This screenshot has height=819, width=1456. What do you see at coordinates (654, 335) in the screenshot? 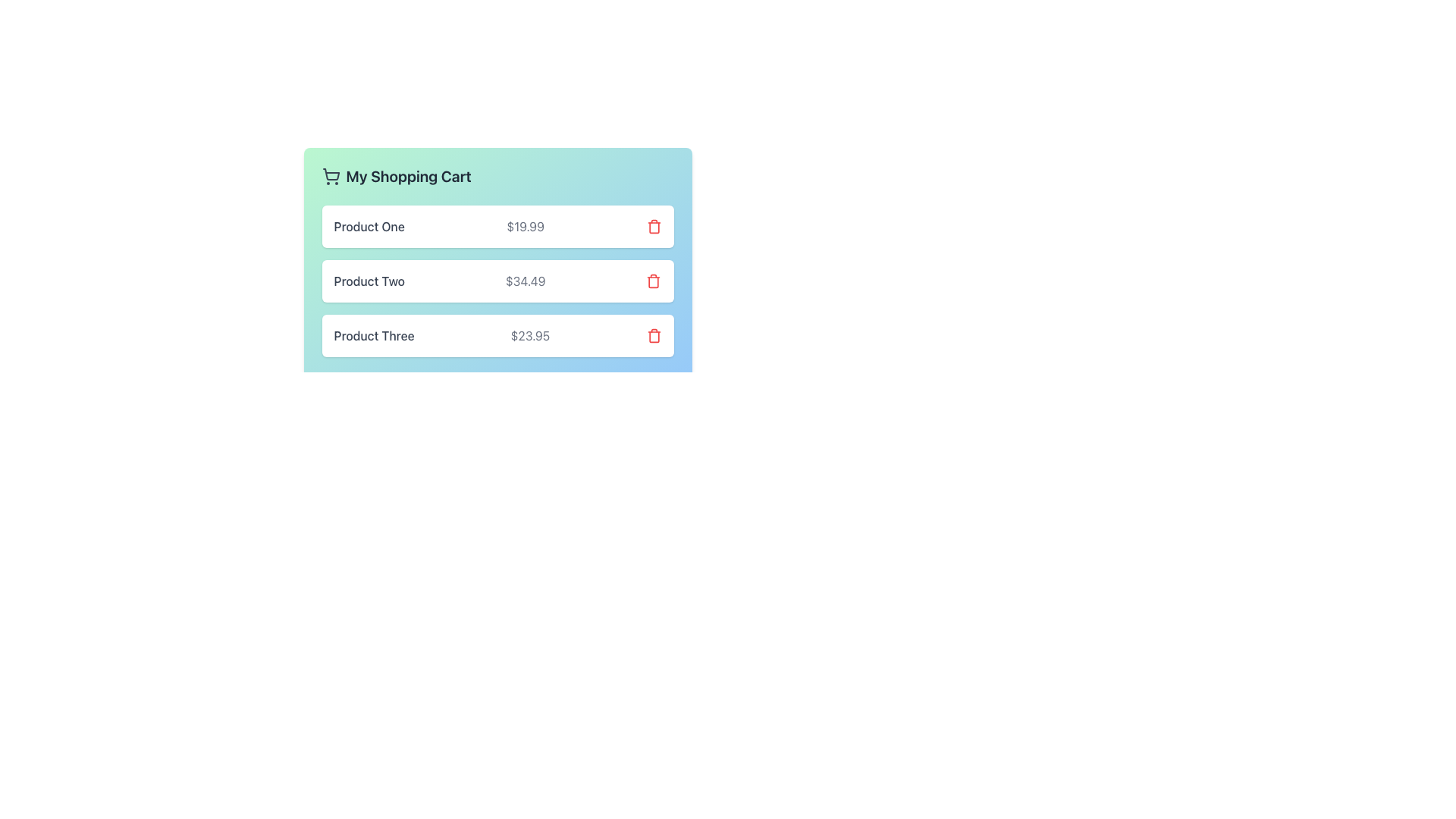
I see `the red trash can icon button associated with the delete functionality for 'Product Three'` at bounding box center [654, 335].